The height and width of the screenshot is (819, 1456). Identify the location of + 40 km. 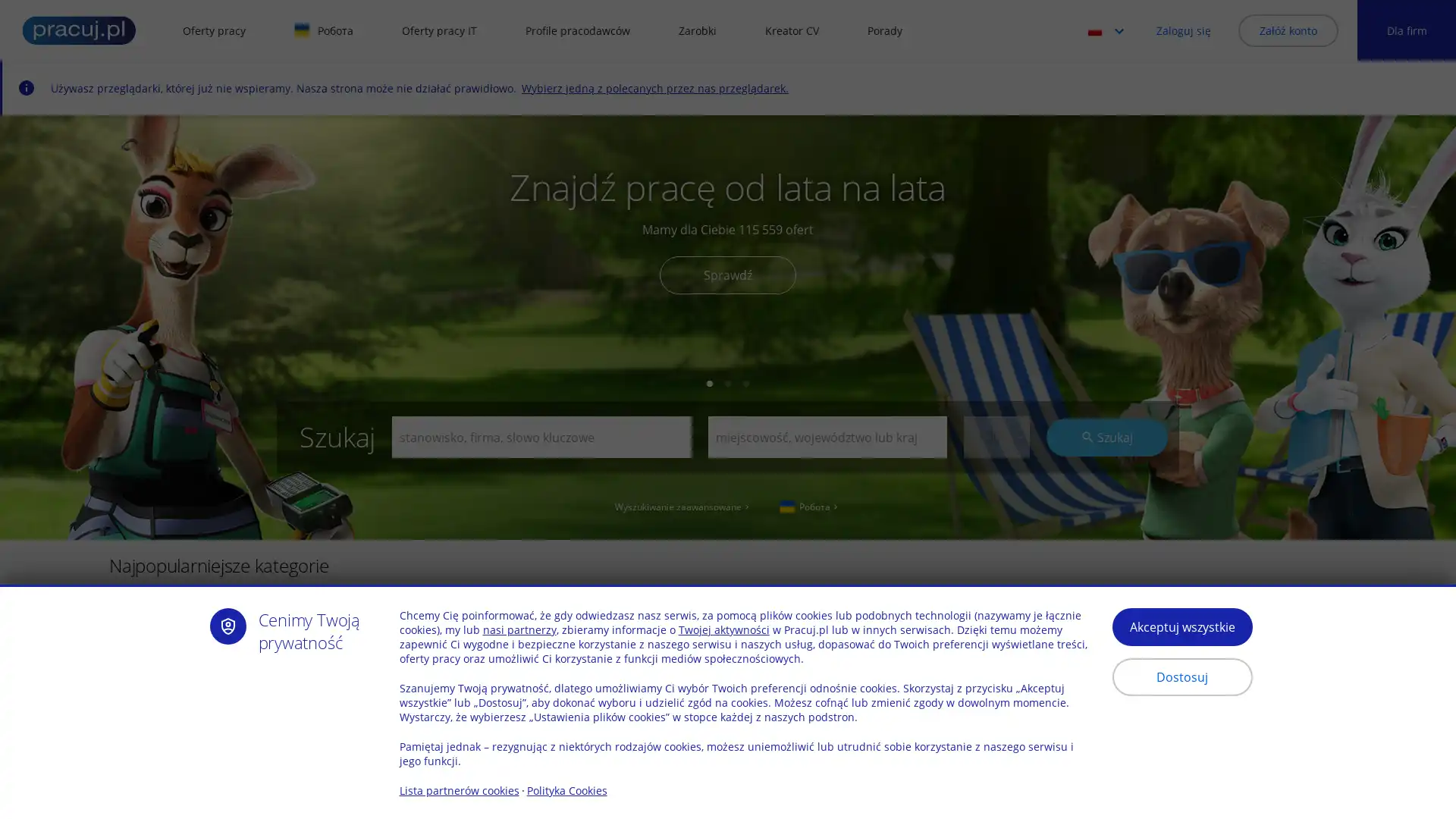
(996, 651).